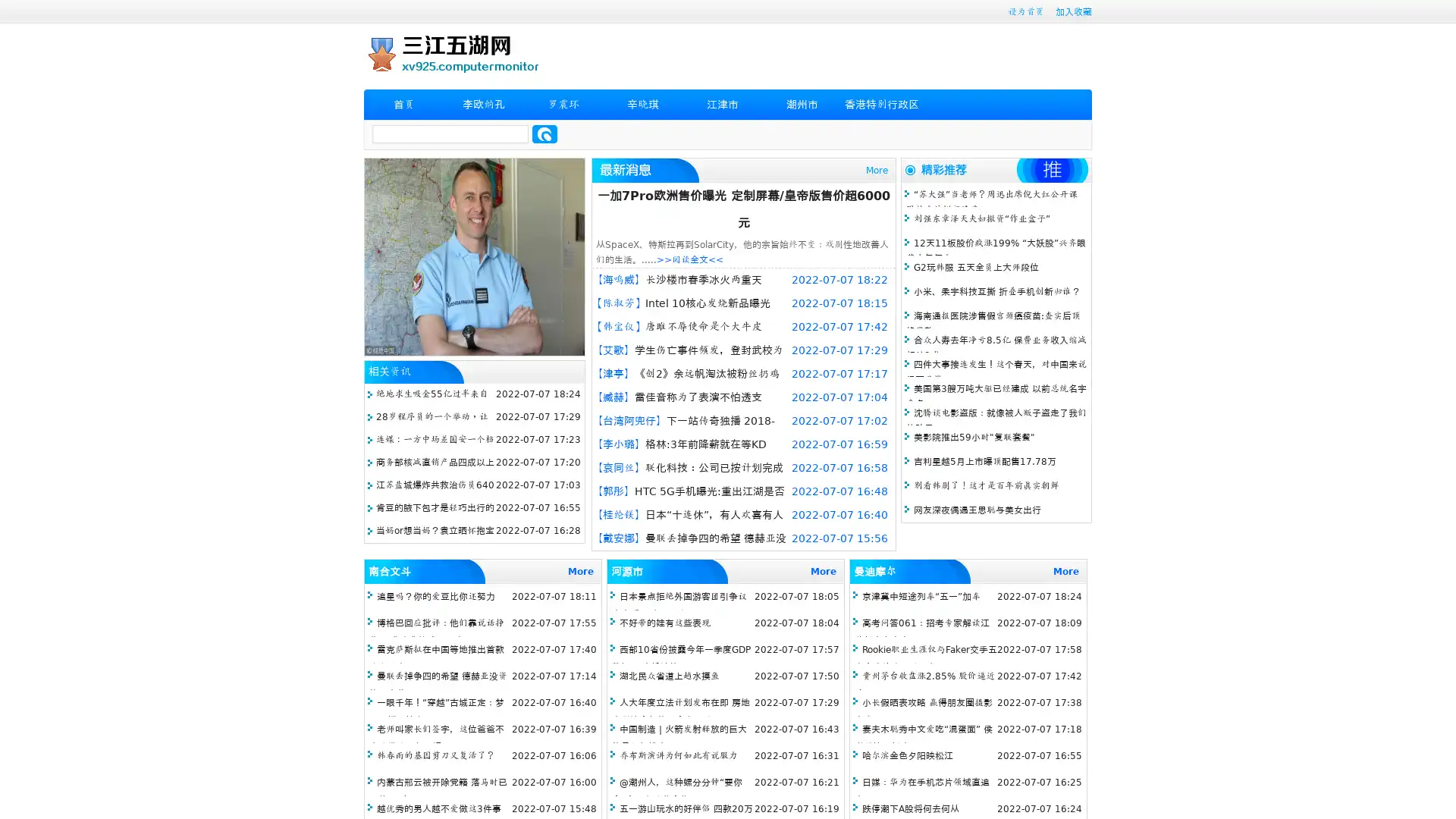 This screenshot has width=1456, height=819. Describe the element at coordinates (544, 133) in the screenshot. I see `Search` at that location.